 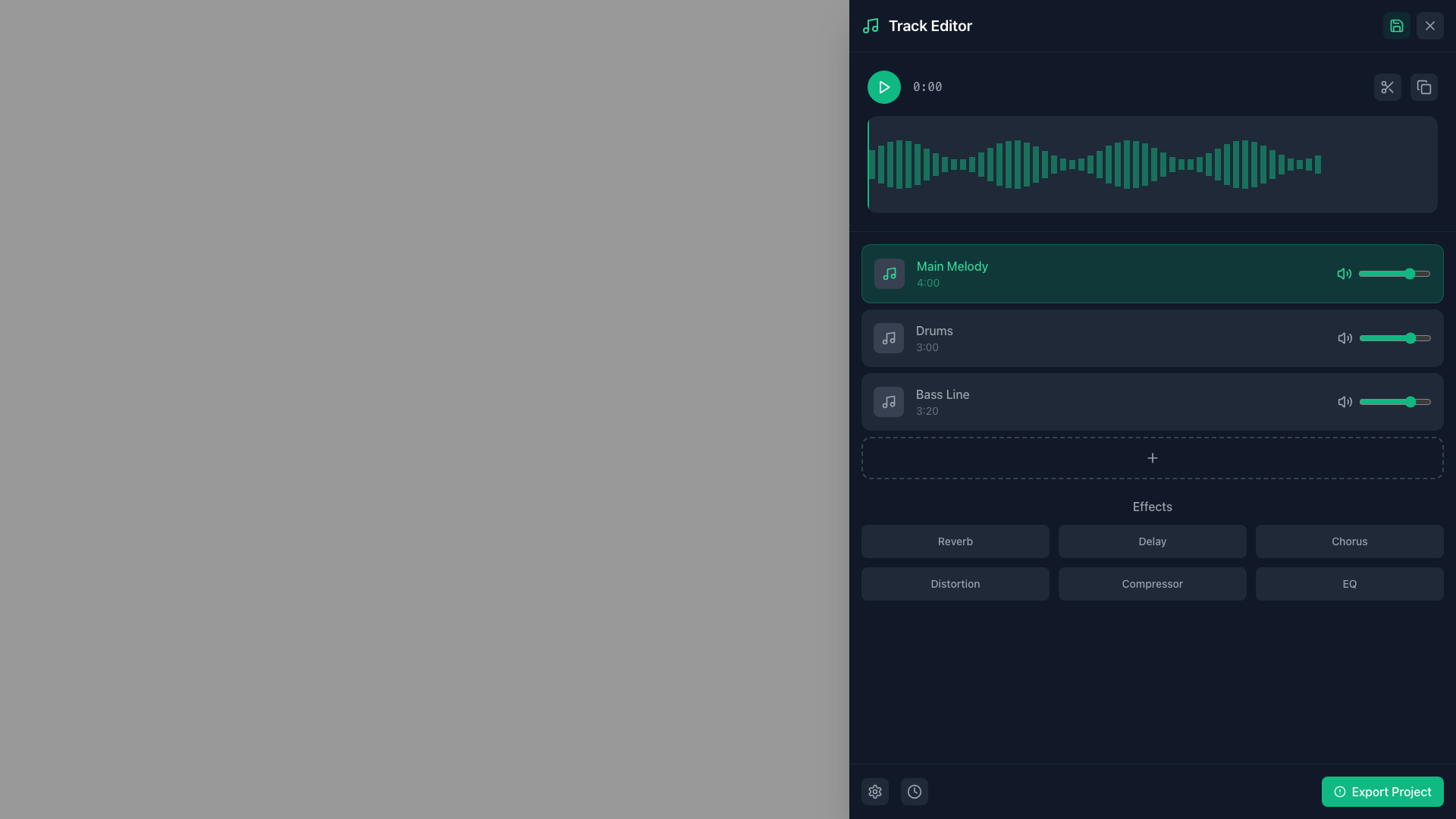 I want to click on the 'Delay' effect button located in the Effects section of the music editor, which is the second button in a grid of six buttons, so click(x=1153, y=540).